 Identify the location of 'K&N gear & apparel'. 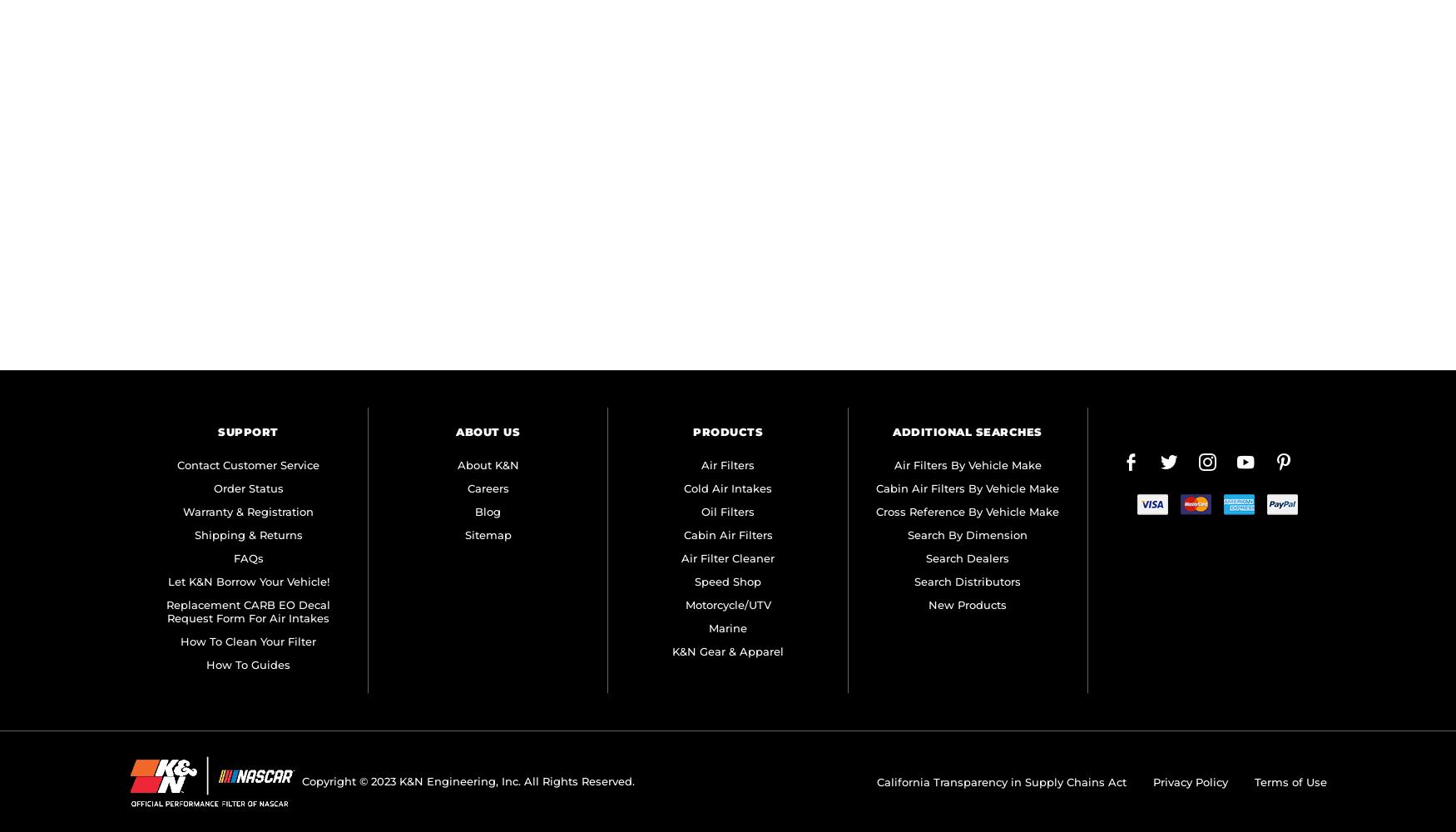
(671, 651).